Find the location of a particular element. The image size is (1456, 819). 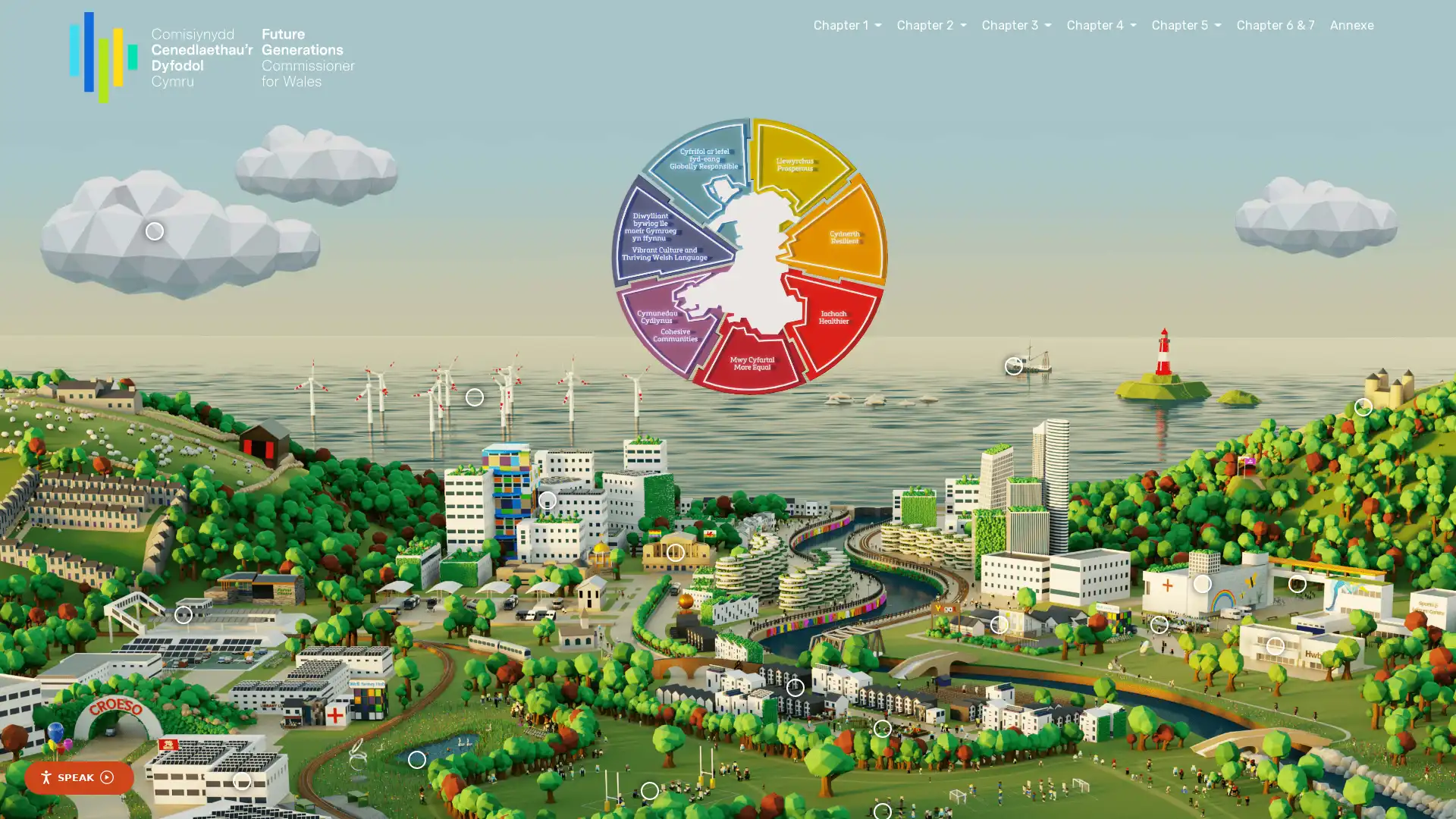

Listen with the ReachDeck Toolbar is located at coordinates (78, 778).